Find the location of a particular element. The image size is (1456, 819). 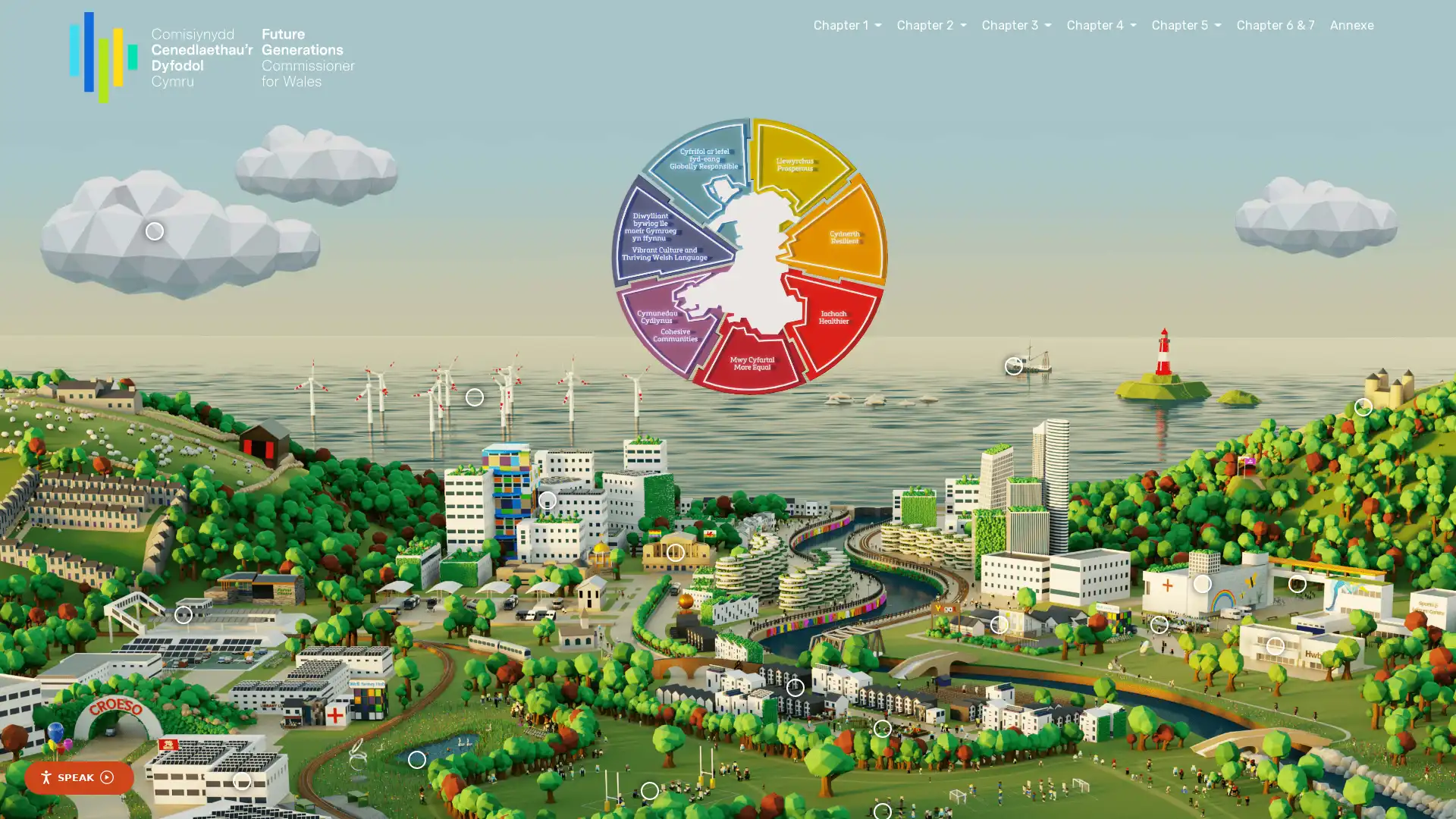

Listen with the ReachDeck Toolbar is located at coordinates (78, 778).